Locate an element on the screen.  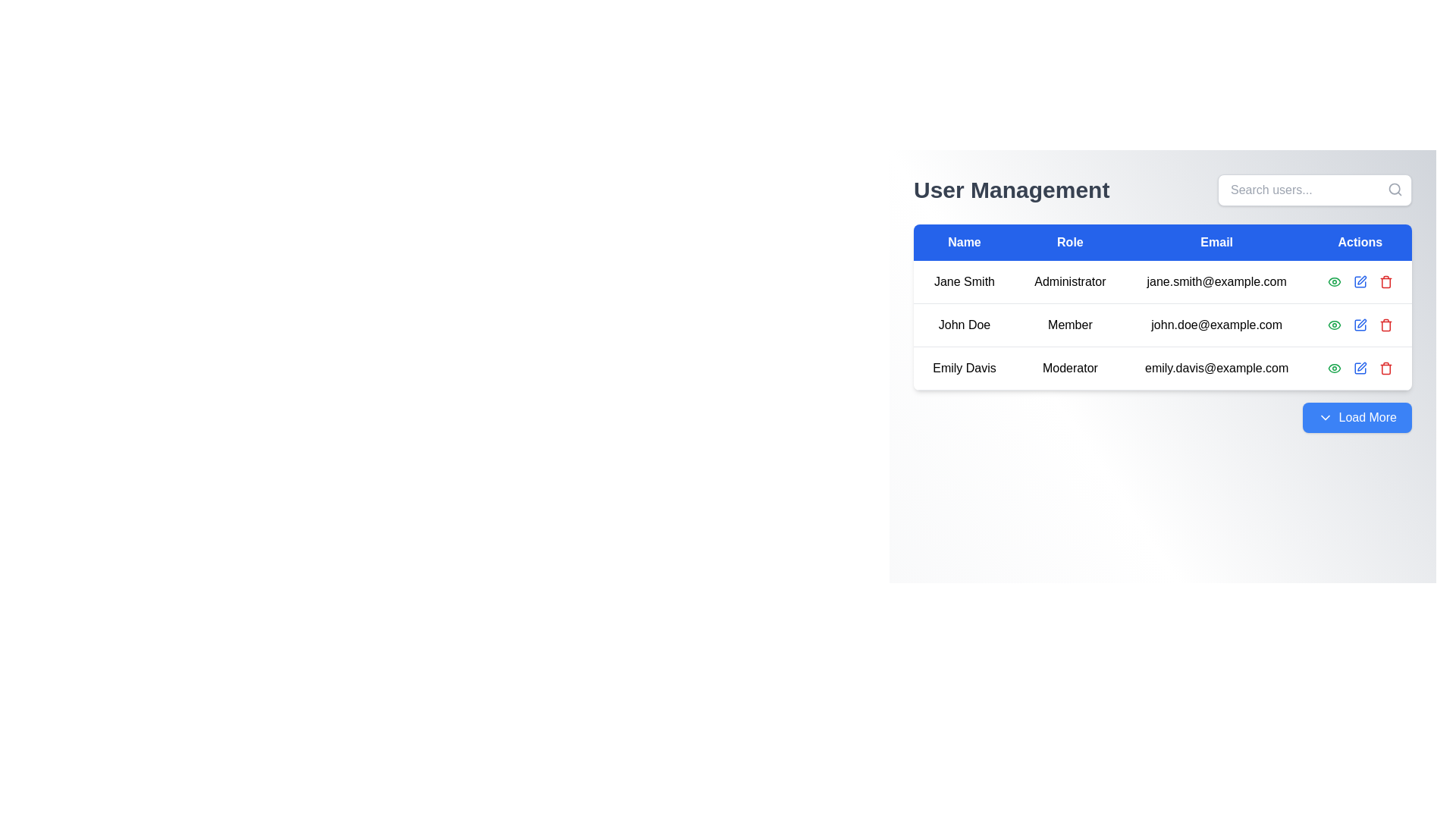
the text label displaying 'John Doe' in the user management interface, located in the 'Name' column of the second row is located at coordinates (964, 324).